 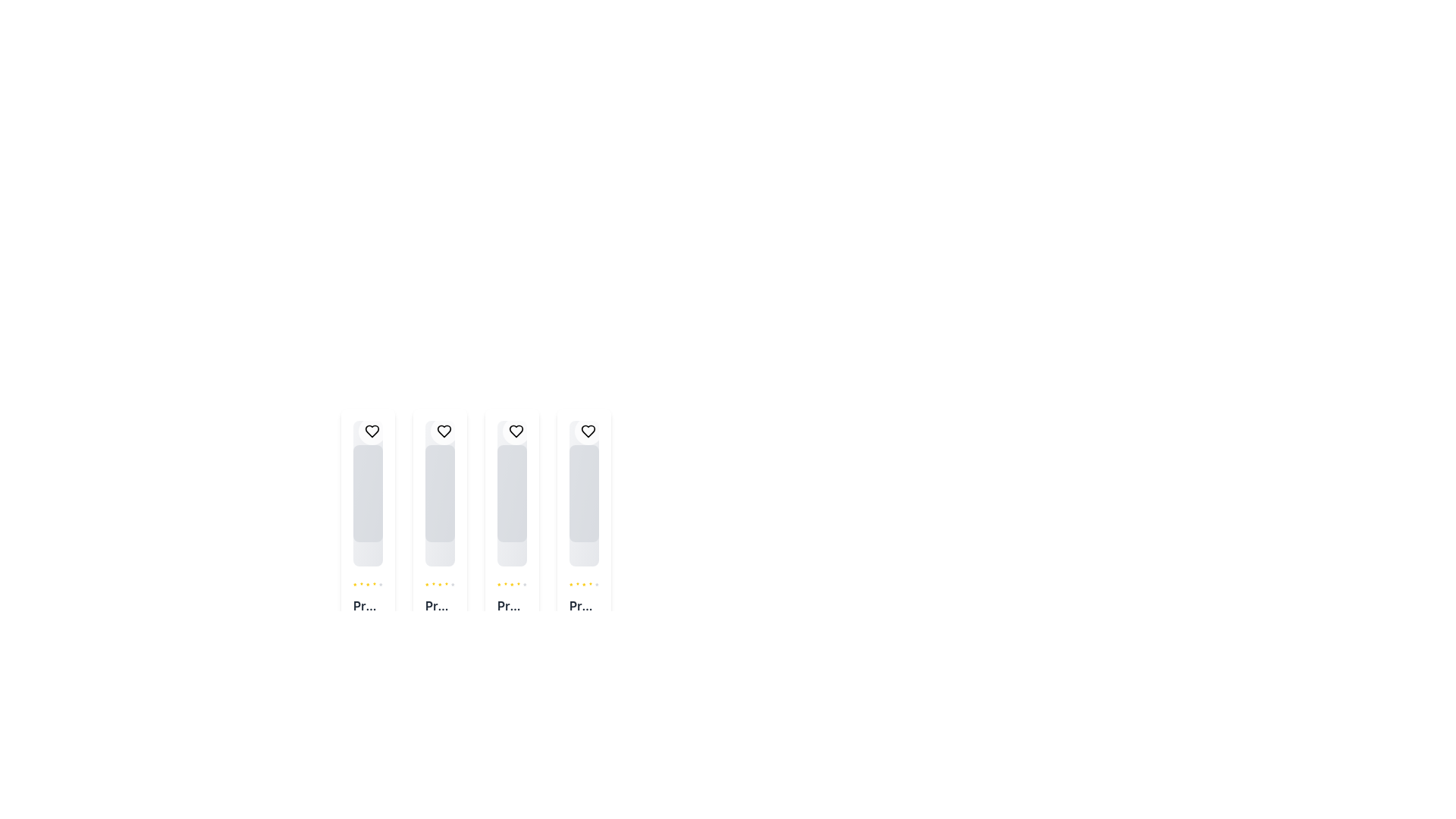 What do you see at coordinates (583, 584) in the screenshot?
I see `the displayed rating of the star rating element, which shows a 4-star rating out of 5, located at the bottom of the fourth product card in a horizontal sequence` at bounding box center [583, 584].